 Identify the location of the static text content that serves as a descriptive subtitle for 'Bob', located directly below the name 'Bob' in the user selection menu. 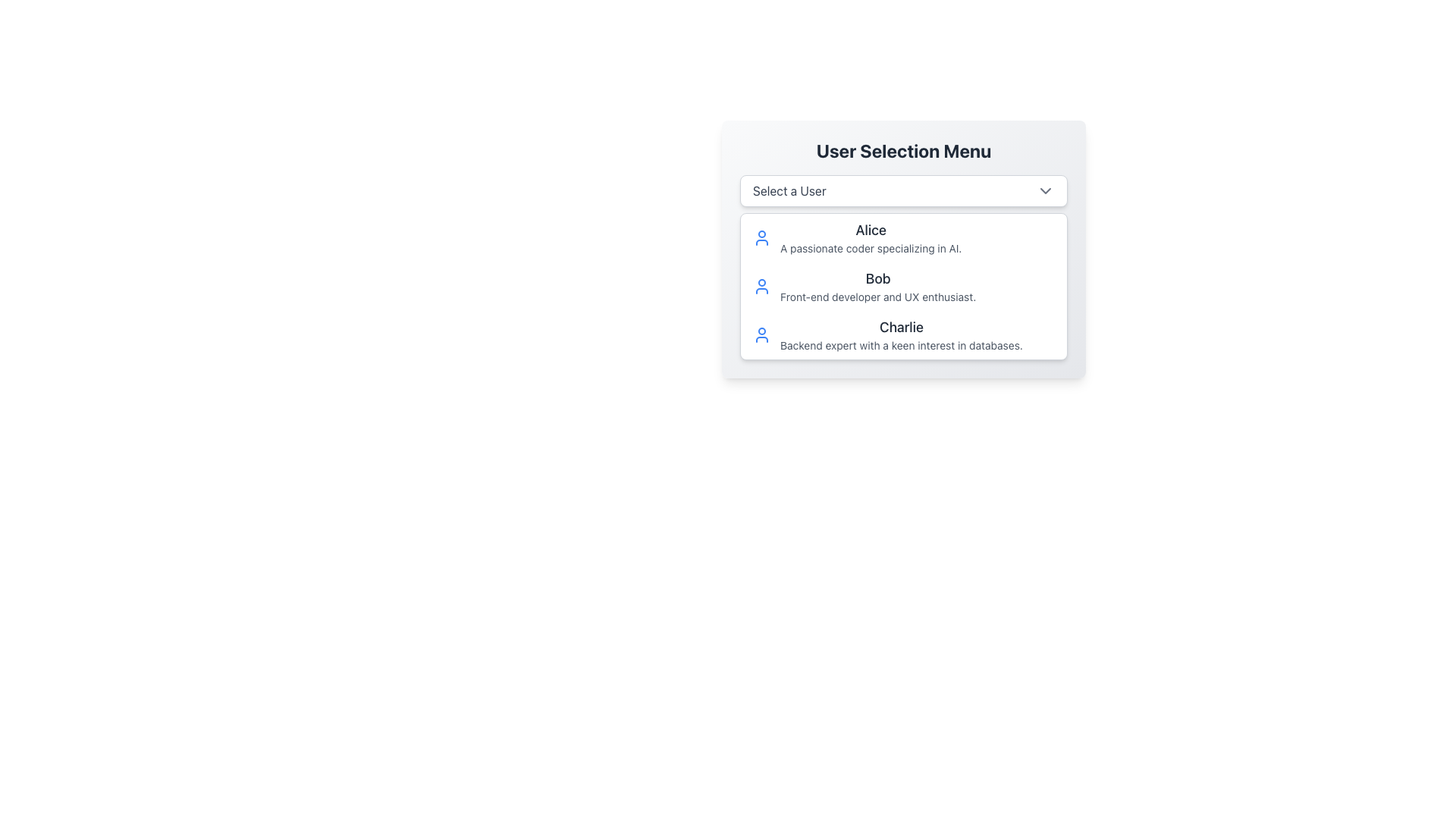
(878, 297).